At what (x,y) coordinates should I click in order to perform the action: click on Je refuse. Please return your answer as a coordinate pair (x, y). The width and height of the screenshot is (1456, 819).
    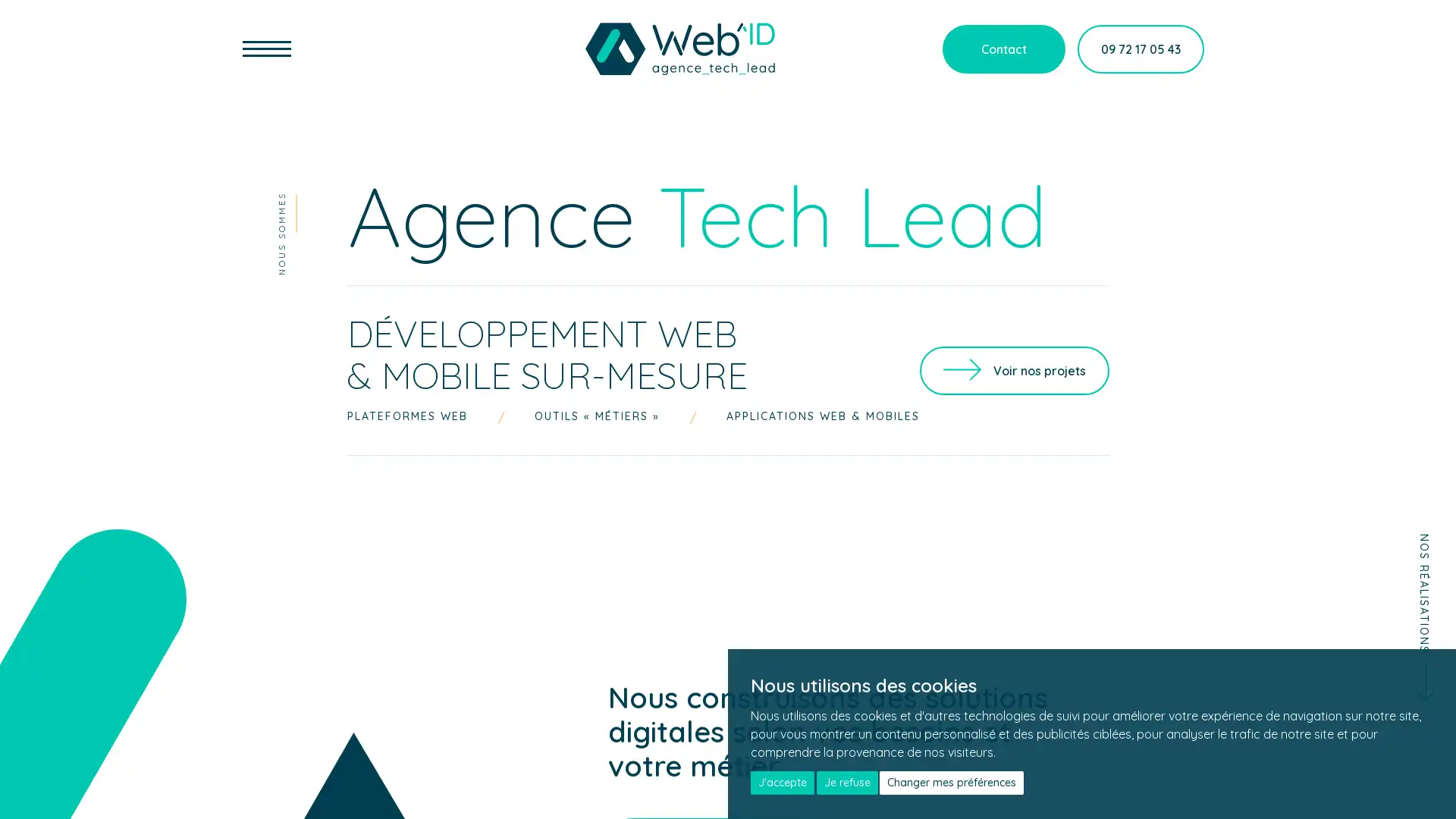
    Looking at the image, I should click on (846, 782).